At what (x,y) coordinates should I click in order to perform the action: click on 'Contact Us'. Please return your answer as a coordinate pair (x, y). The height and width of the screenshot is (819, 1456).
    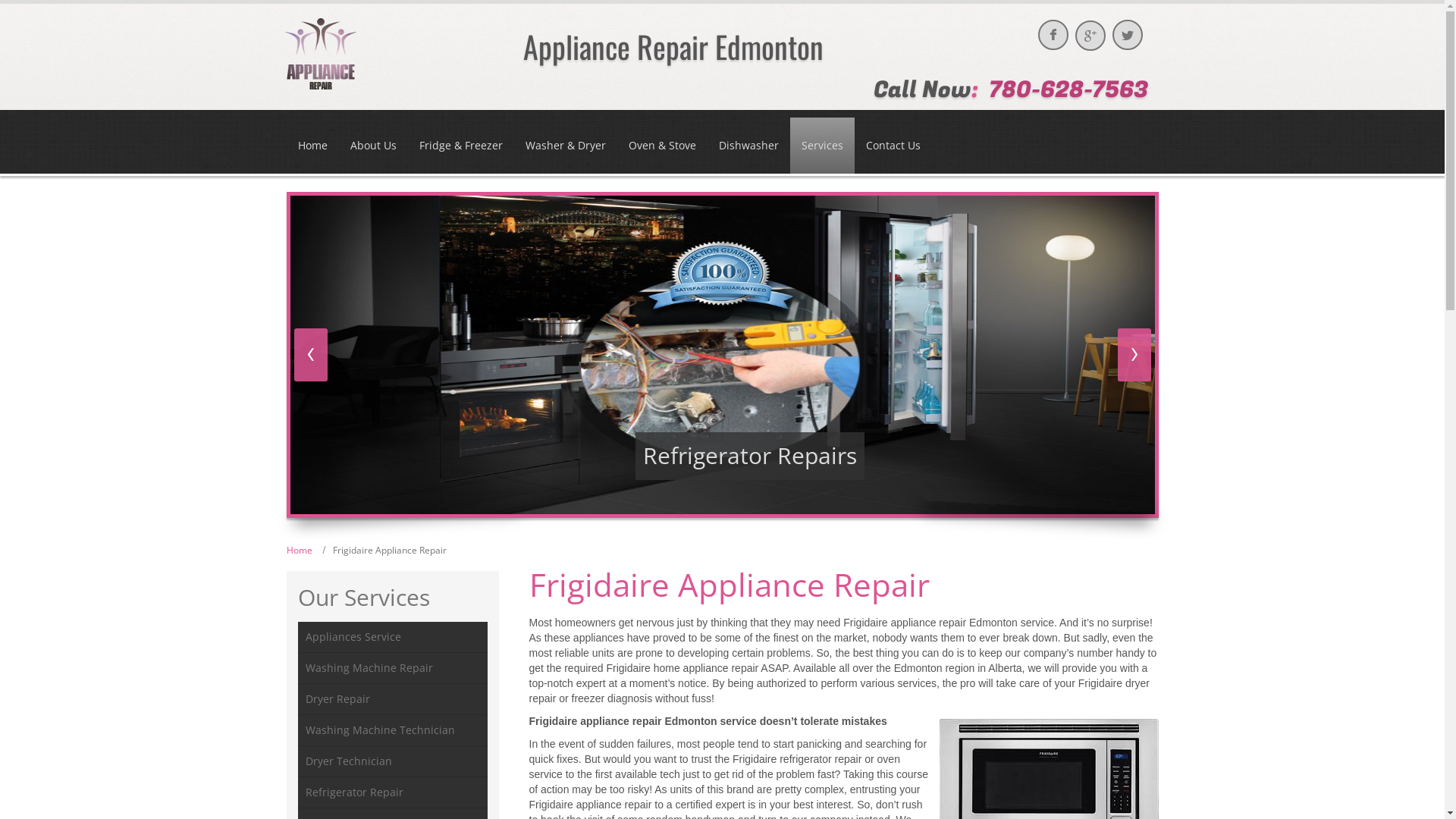
    Looking at the image, I should click on (892, 146).